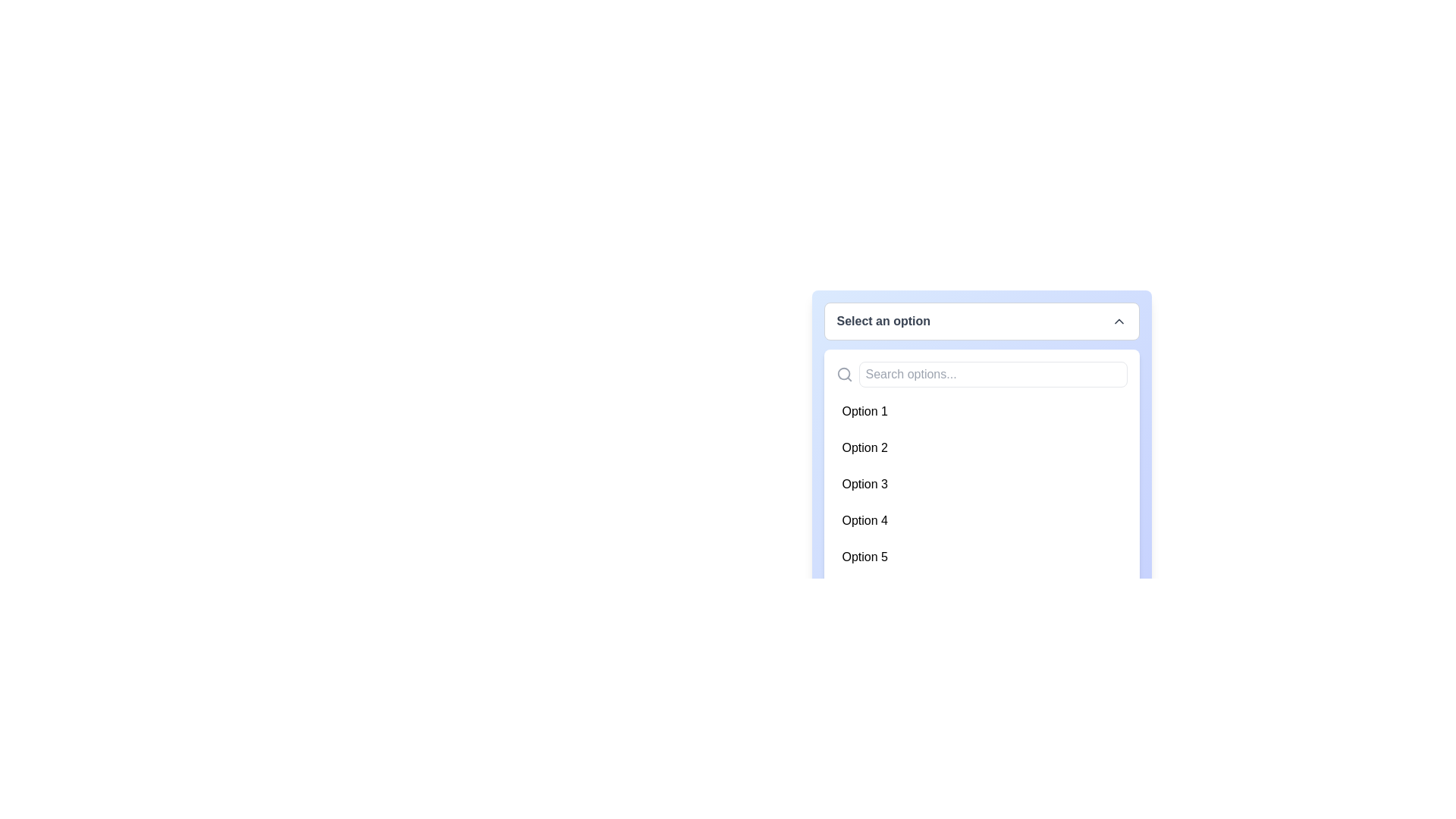  Describe the element at coordinates (864, 485) in the screenshot. I see `the 'Option 3' in the dropdown list located below the search bar` at that location.